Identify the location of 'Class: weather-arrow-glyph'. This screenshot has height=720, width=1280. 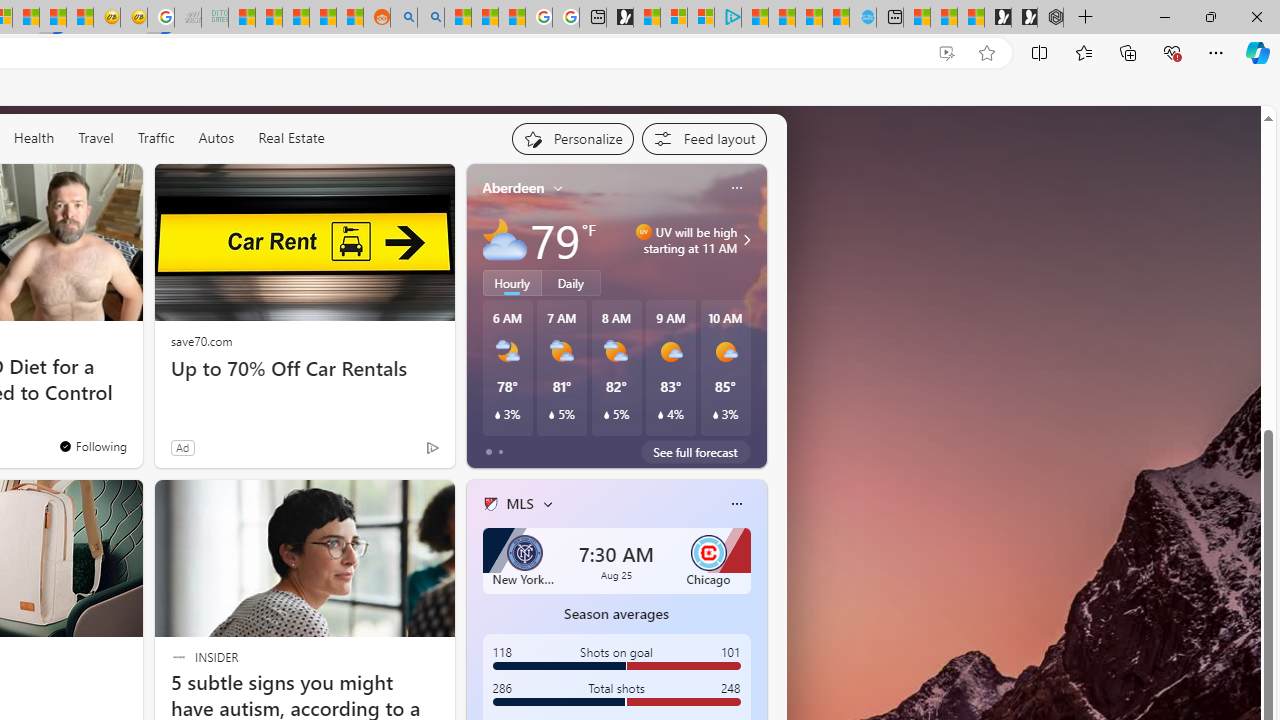
(745, 239).